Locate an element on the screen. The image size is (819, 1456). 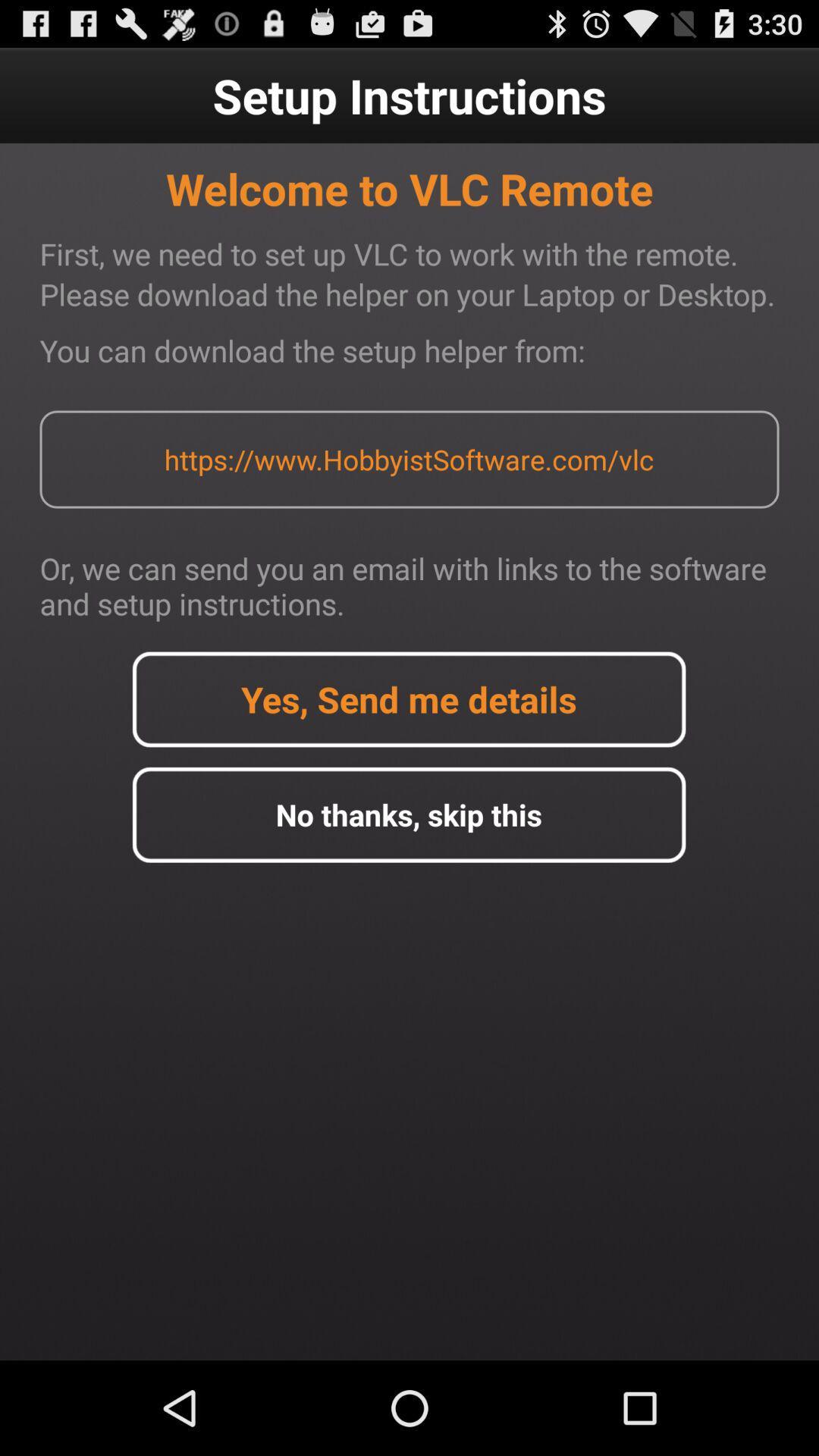
the https www hobbyistsoftware app is located at coordinates (408, 458).